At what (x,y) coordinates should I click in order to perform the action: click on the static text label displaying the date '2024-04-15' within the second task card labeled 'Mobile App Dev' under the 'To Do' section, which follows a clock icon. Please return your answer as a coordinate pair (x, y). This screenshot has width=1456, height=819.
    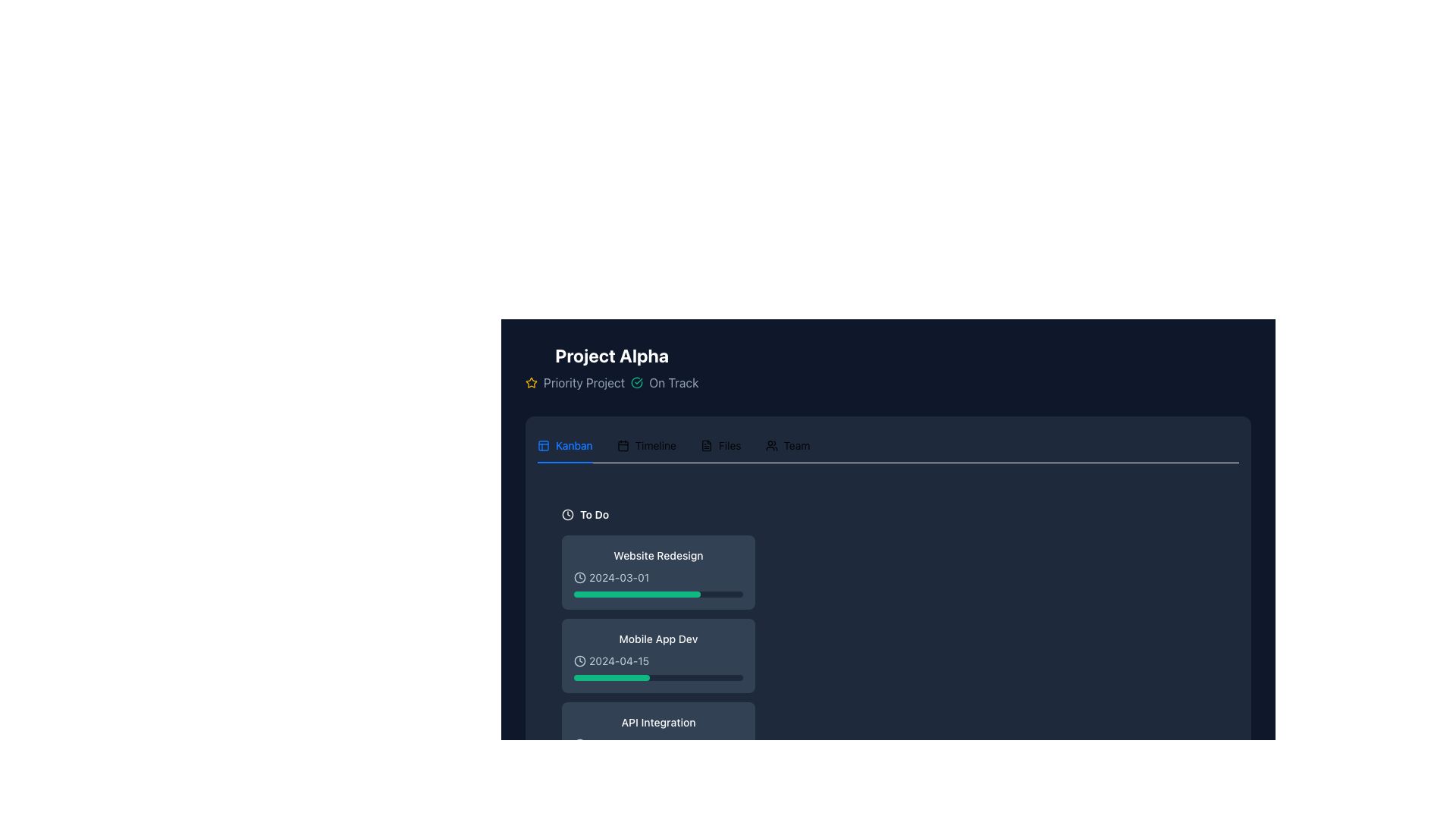
    Looking at the image, I should click on (619, 660).